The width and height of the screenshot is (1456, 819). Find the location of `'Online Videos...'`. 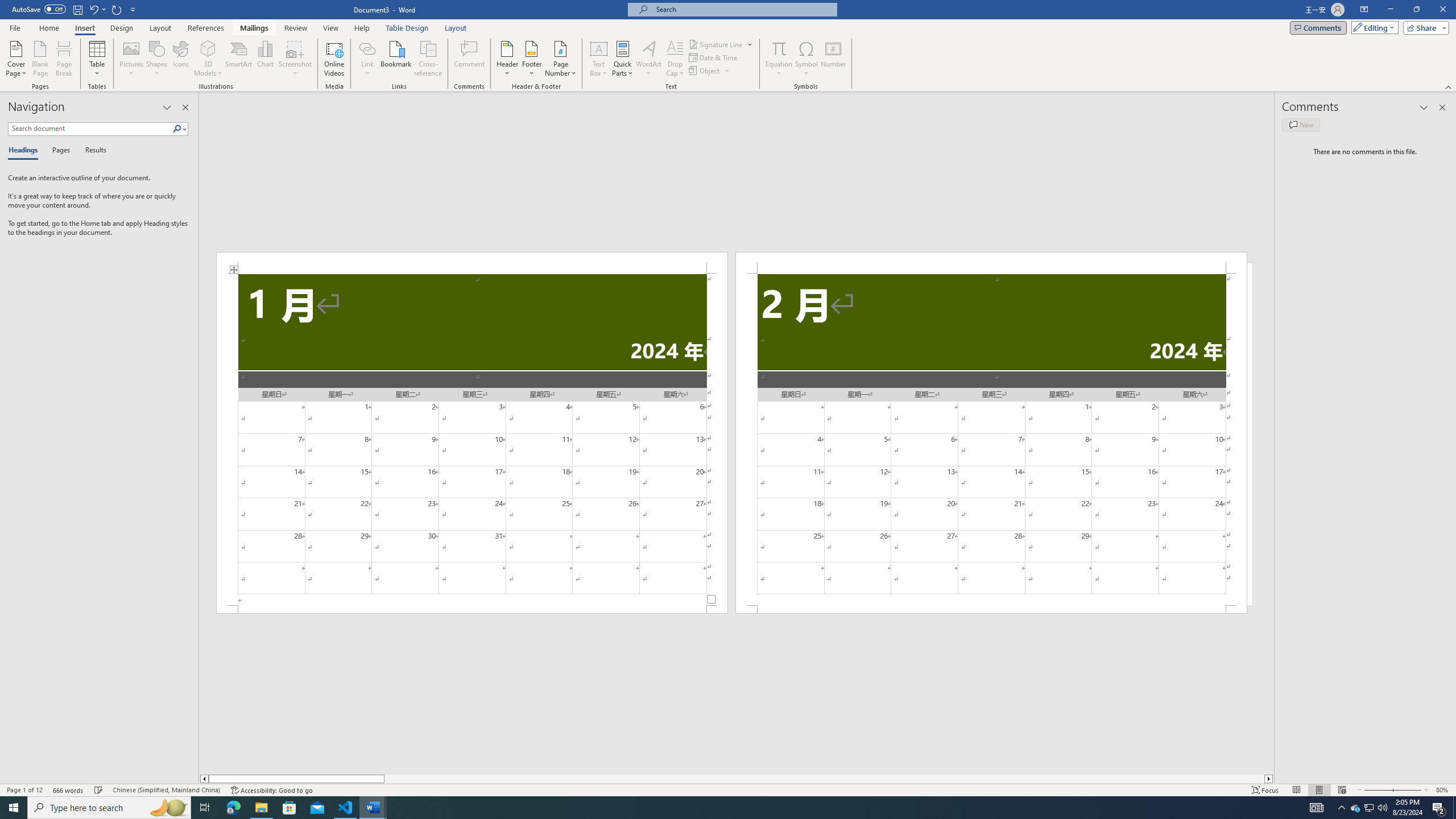

'Online Videos...' is located at coordinates (334, 59).